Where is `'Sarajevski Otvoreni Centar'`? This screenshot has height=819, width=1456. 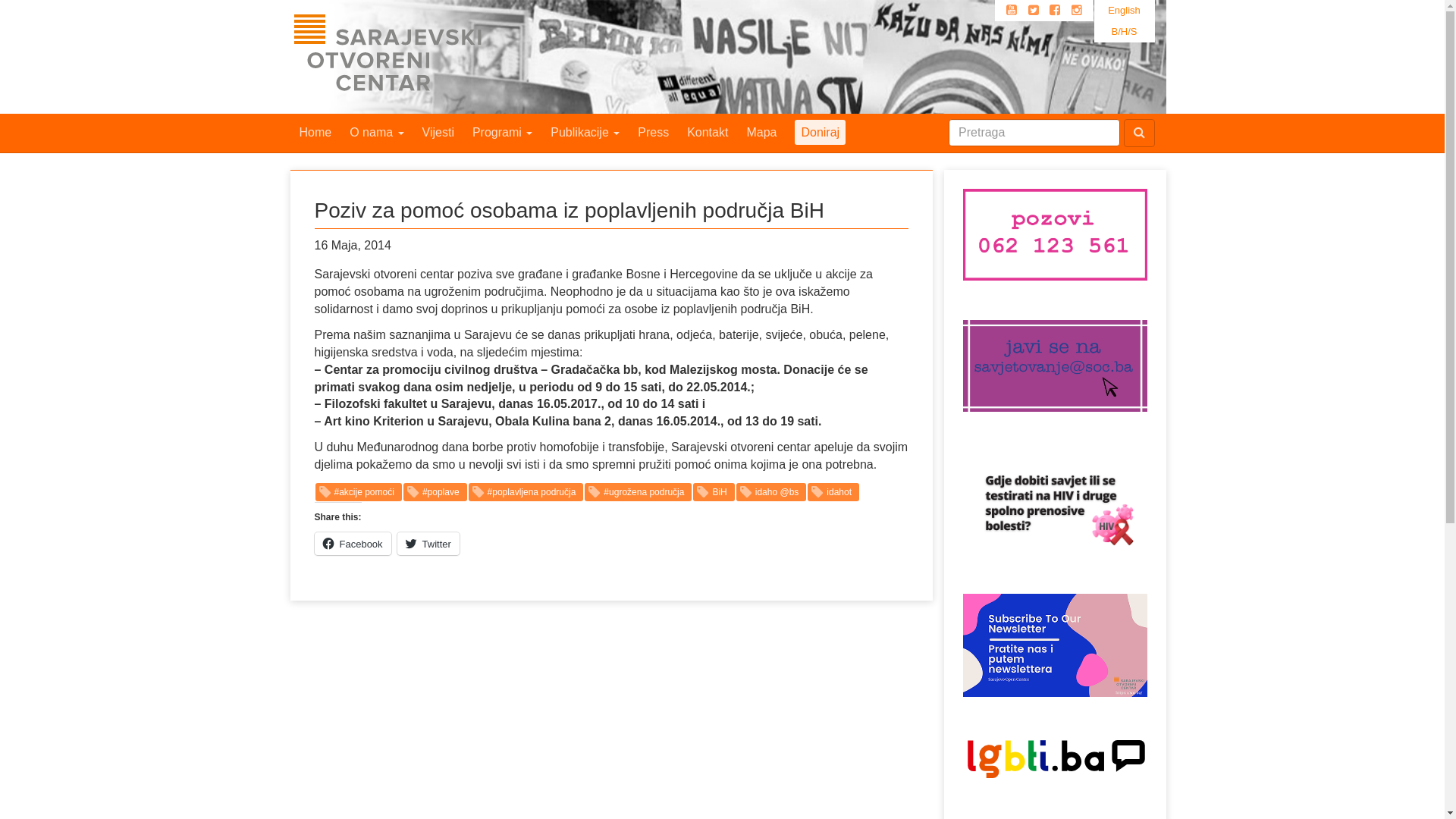 'Sarajevski Otvoreni Centar' is located at coordinates (419, 55).